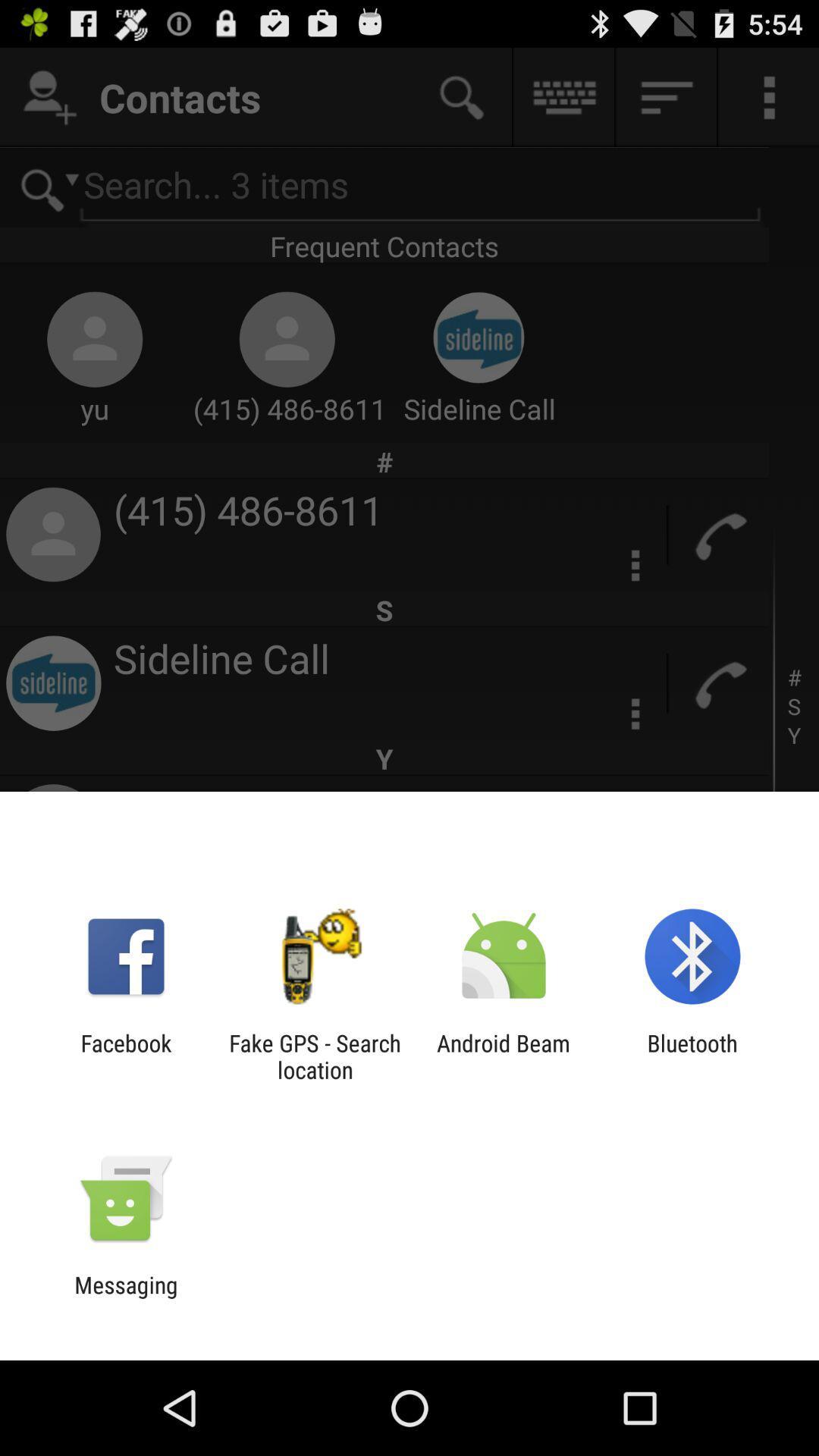 This screenshot has width=819, height=1456. What do you see at coordinates (692, 1056) in the screenshot?
I see `the app at the bottom right corner` at bounding box center [692, 1056].